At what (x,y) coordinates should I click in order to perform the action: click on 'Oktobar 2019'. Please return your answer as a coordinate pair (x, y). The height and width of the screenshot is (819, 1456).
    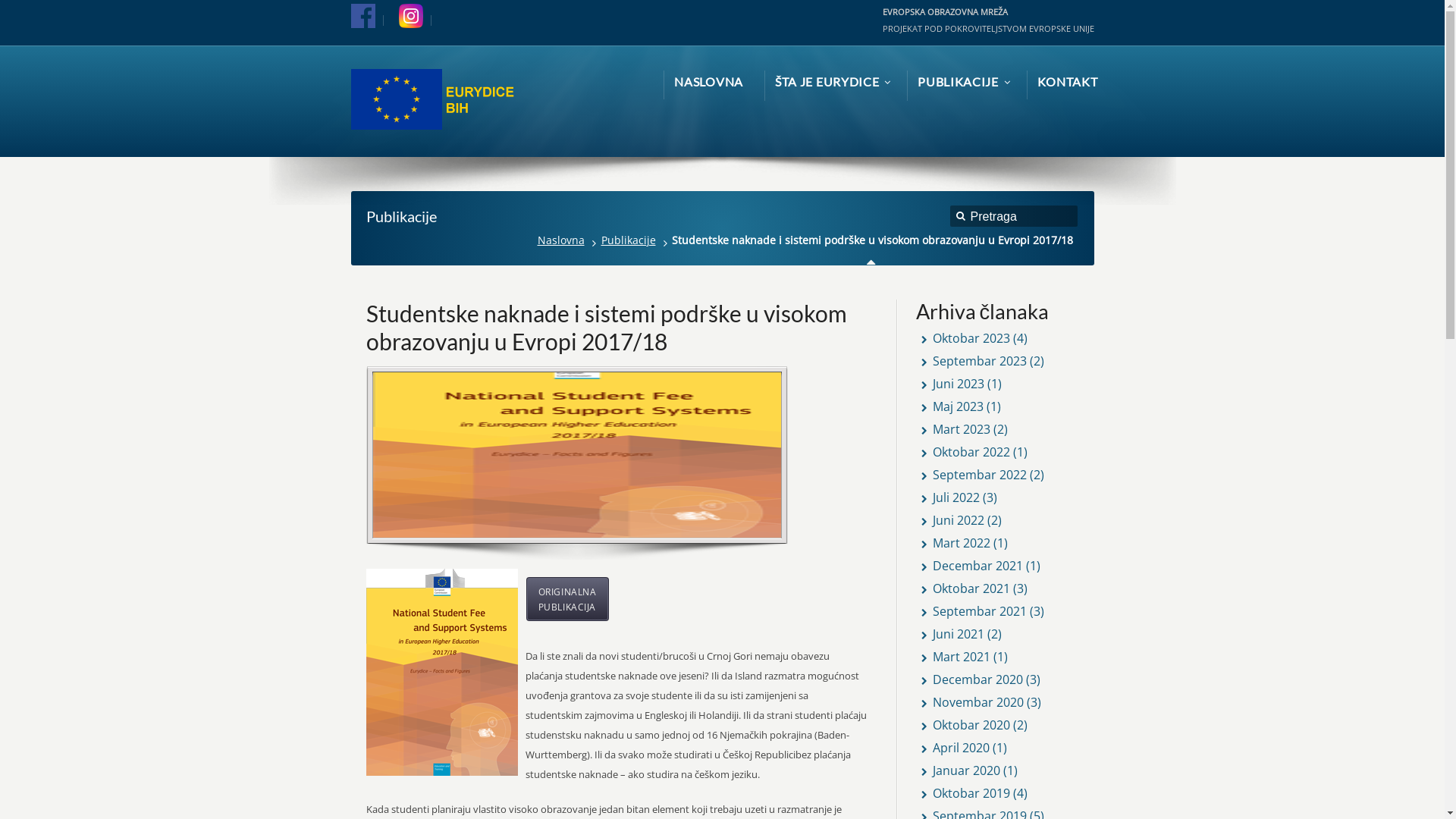
    Looking at the image, I should click on (971, 792).